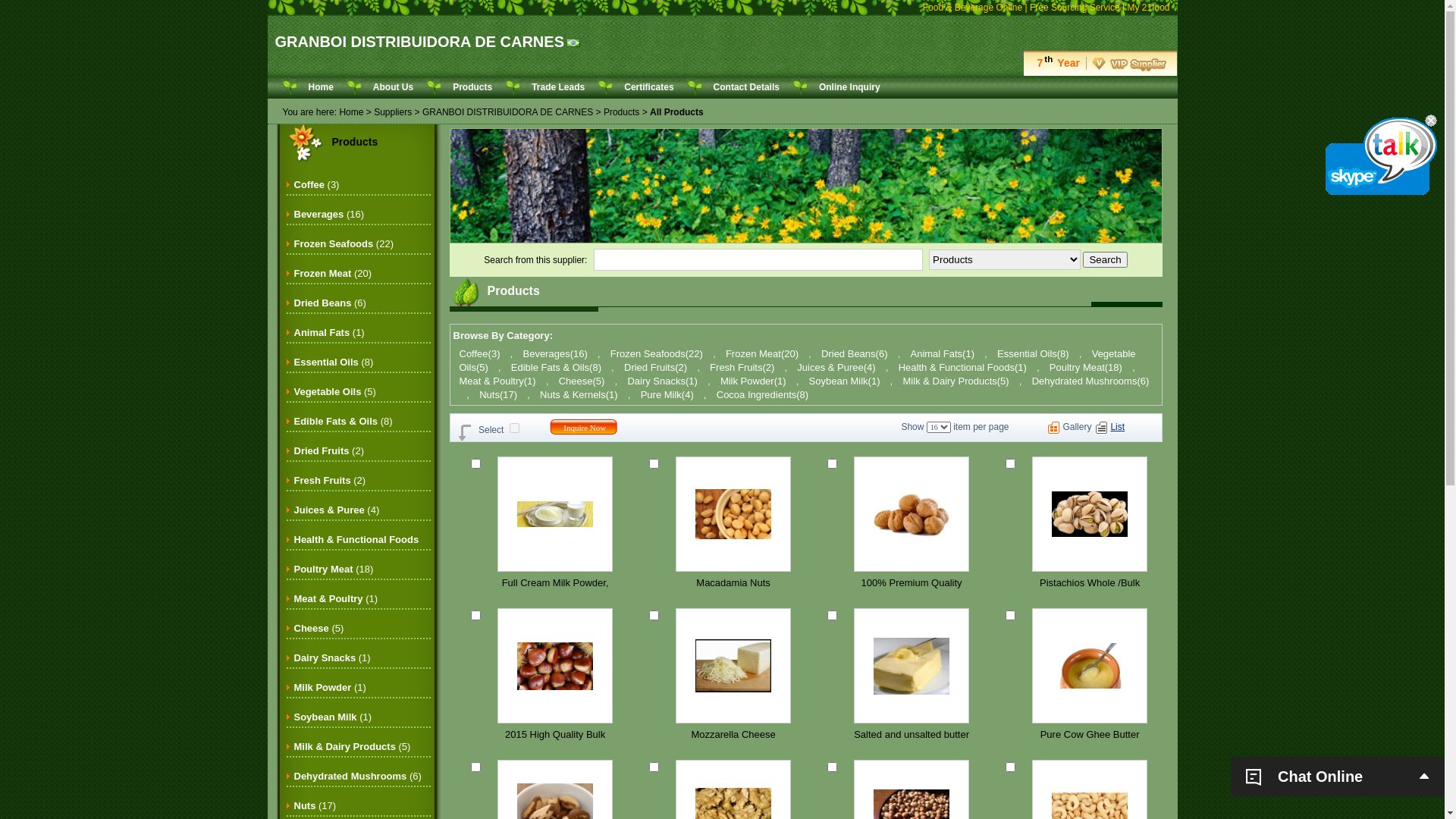  What do you see at coordinates (557, 87) in the screenshot?
I see `'Trade Leads'` at bounding box center [557, 87].